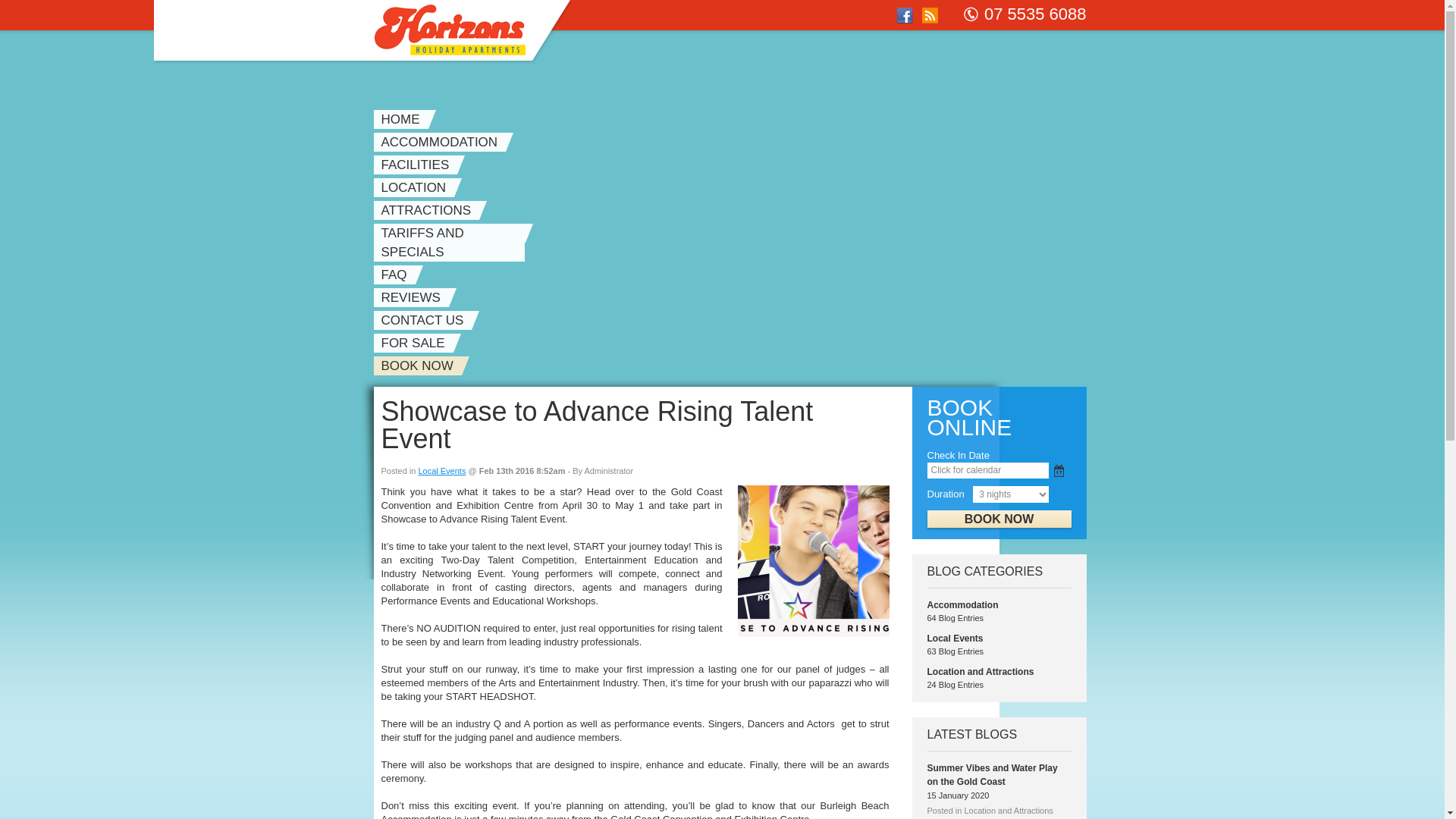 This screenshot has width=1456, height=819. Describe the element at coordinates (403, 118) in the screenshot. I see `'HOME'` at that location.